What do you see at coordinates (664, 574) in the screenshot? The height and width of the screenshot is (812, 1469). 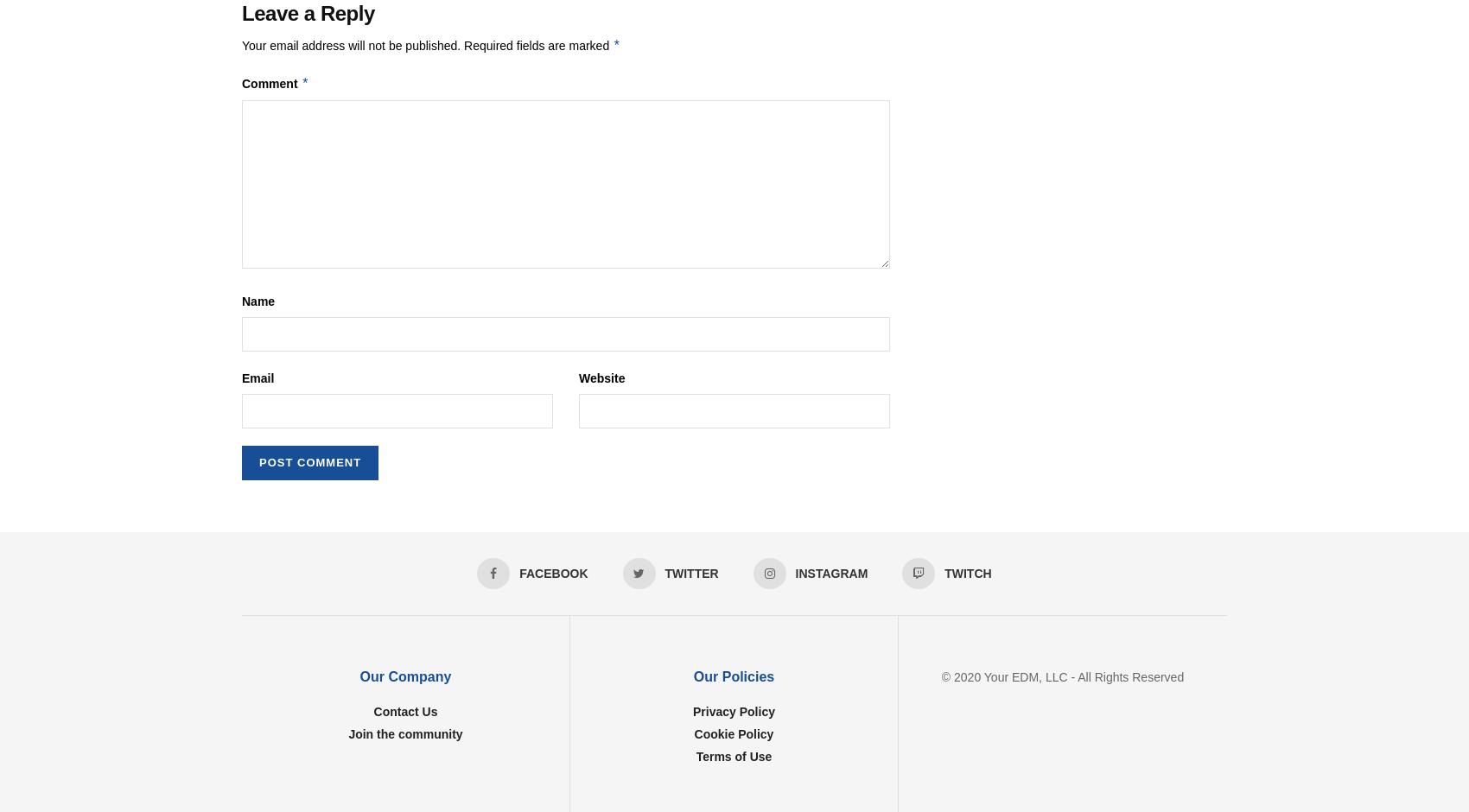 I see `'Twitter'` at bounding box center [664, 574].